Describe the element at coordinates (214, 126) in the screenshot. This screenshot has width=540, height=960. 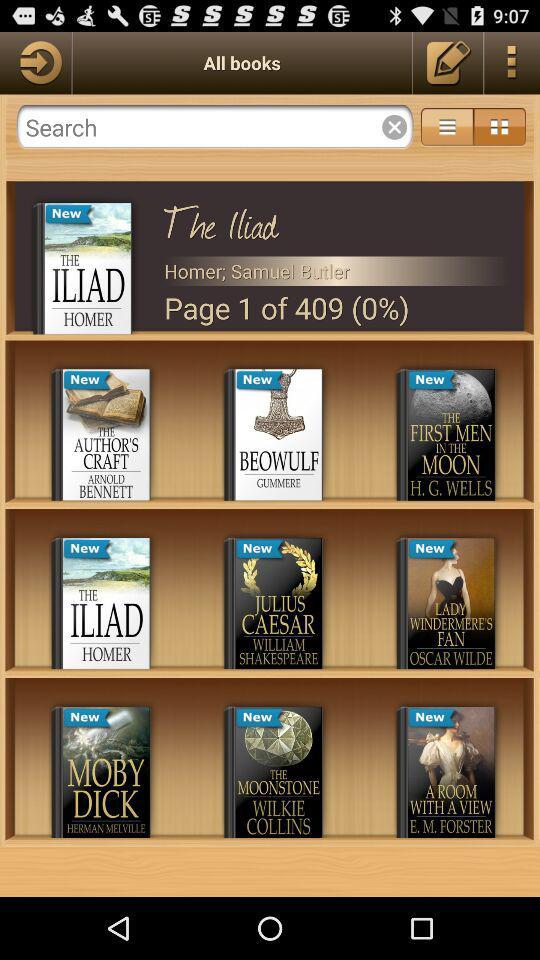
I see `close` at that location.